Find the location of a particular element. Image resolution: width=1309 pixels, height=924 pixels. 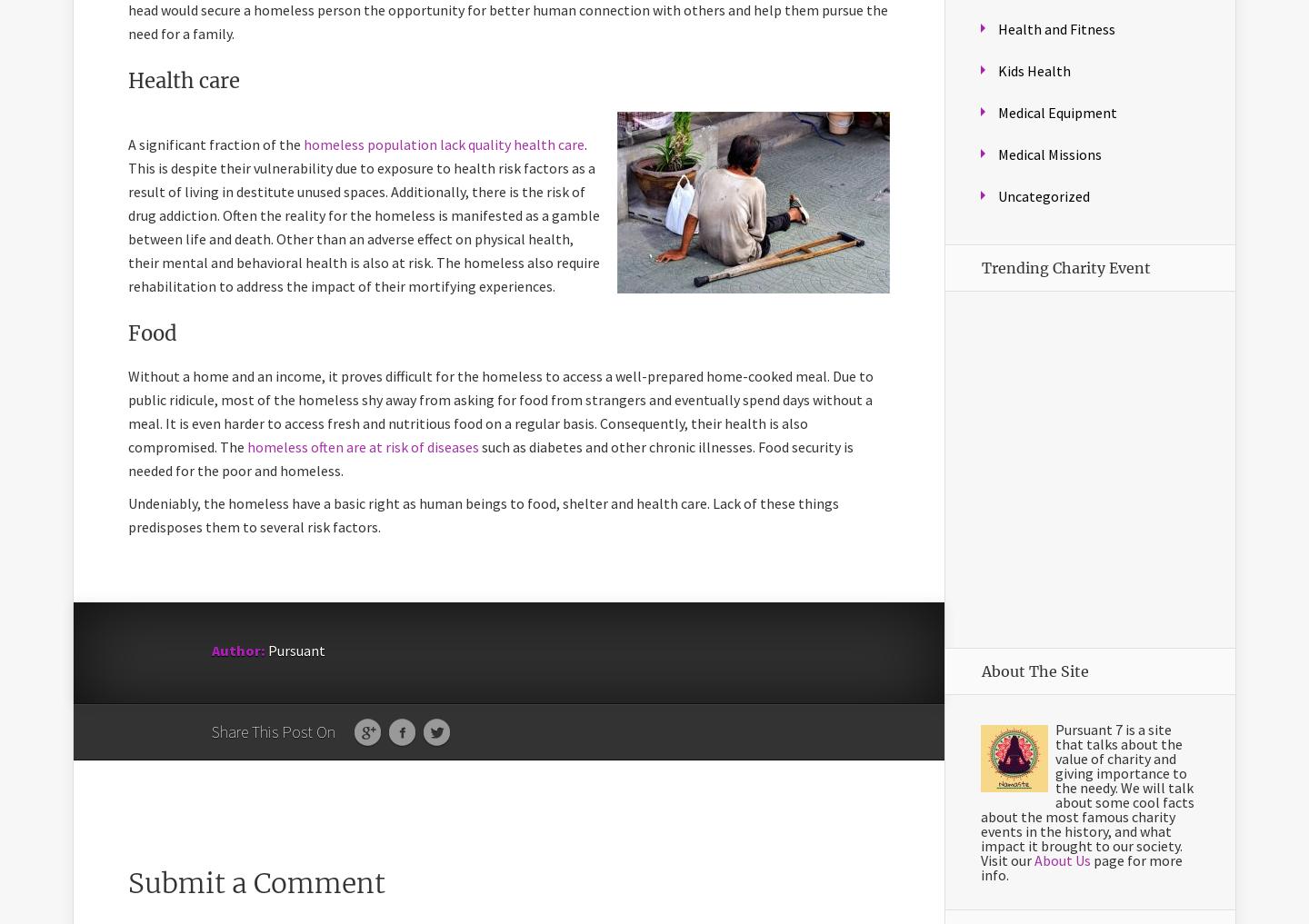

'Pursuant 7 is a site that talks about the value of charity and giving importance to the needy.  We will talk about some cool facts about the most famous charity events in the history, and what impact it brought to our society.  Visit our' is located at coordinates (980, 795).